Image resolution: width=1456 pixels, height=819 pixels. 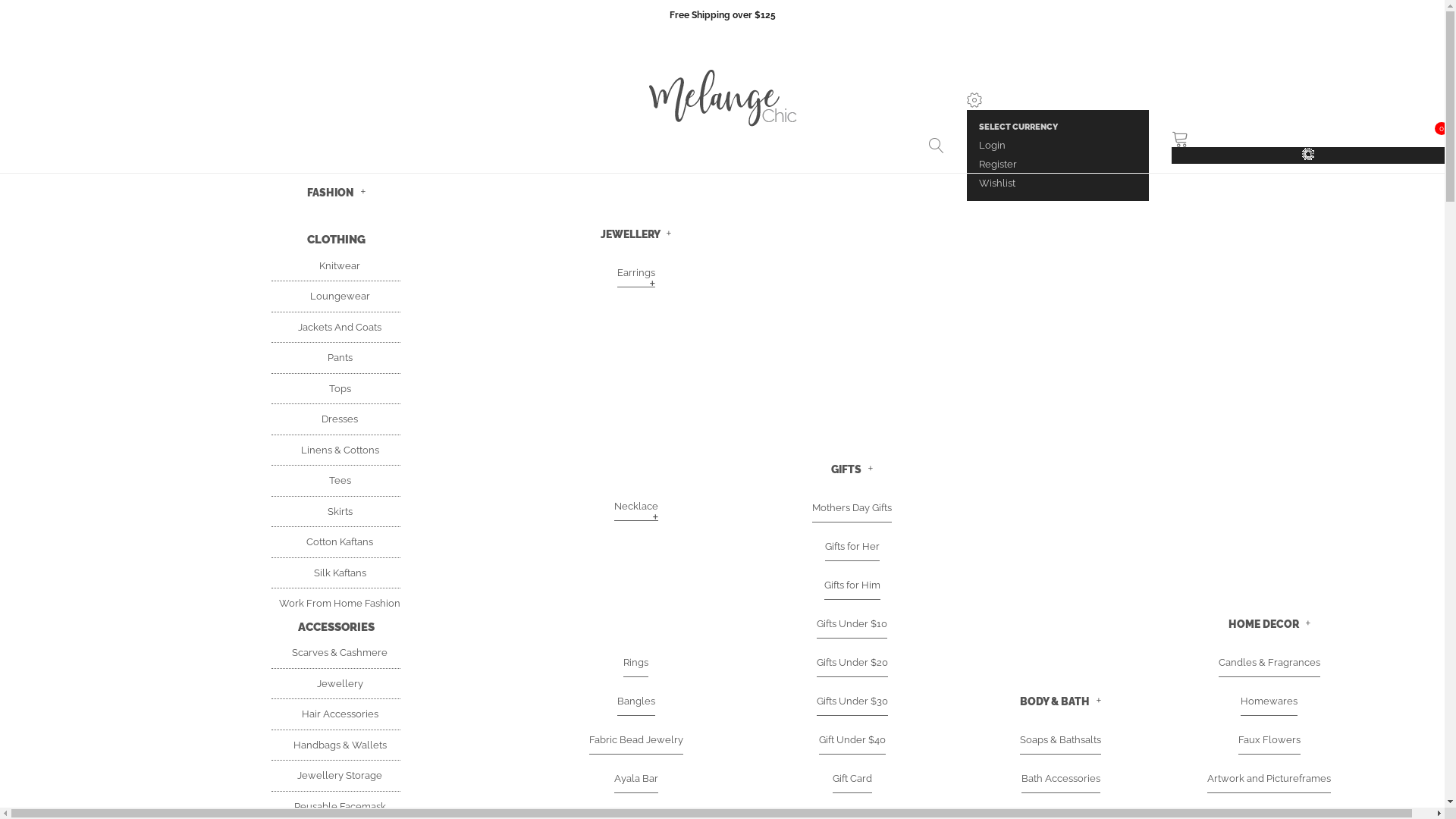 I want to click on 'Gift Card', so click(x=852, y=778).